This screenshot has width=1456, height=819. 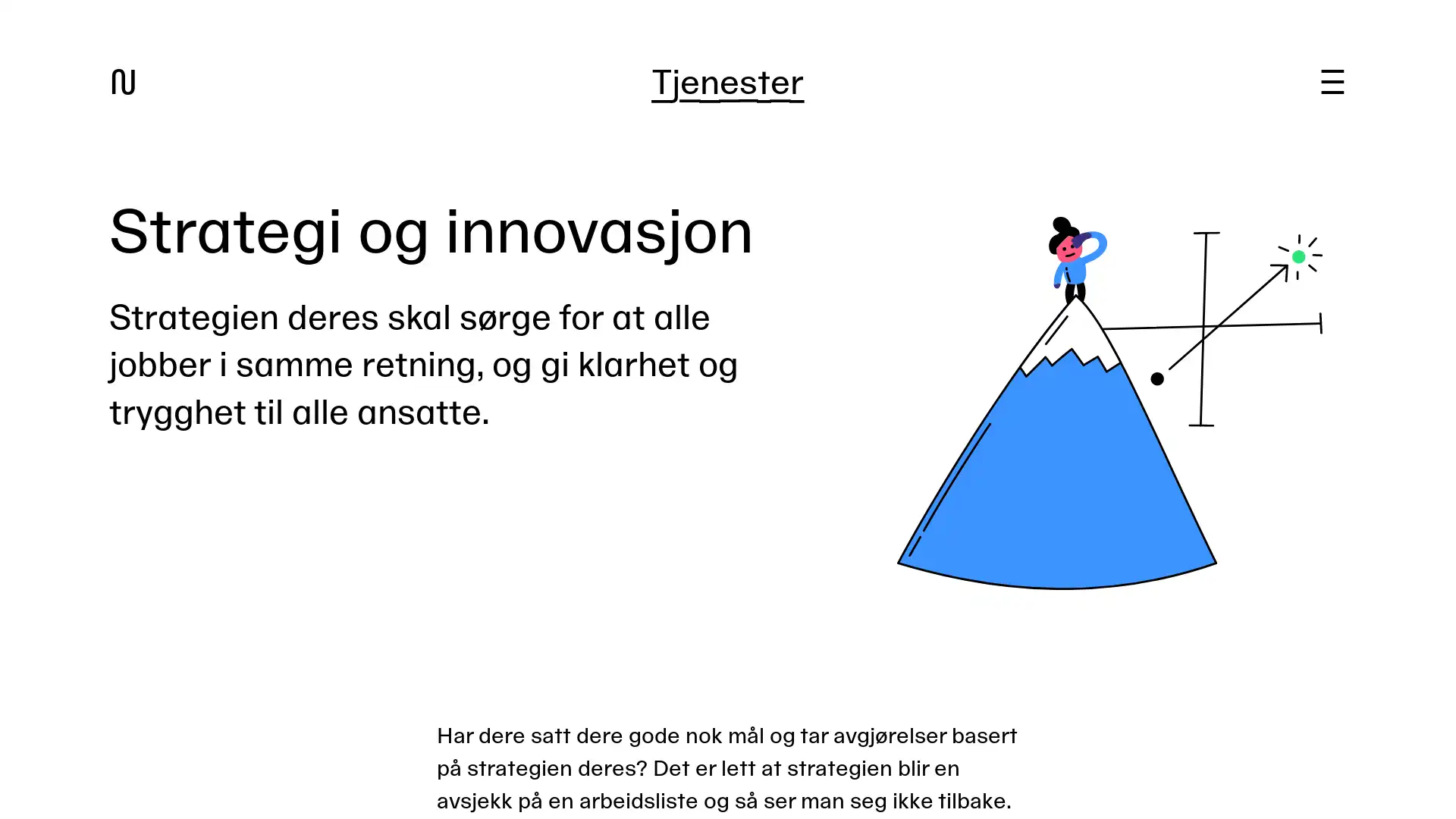 What do you see at coordinates (1331, 82) in the screenshot?
I see `Meny` at bounding box center [1331, 82].